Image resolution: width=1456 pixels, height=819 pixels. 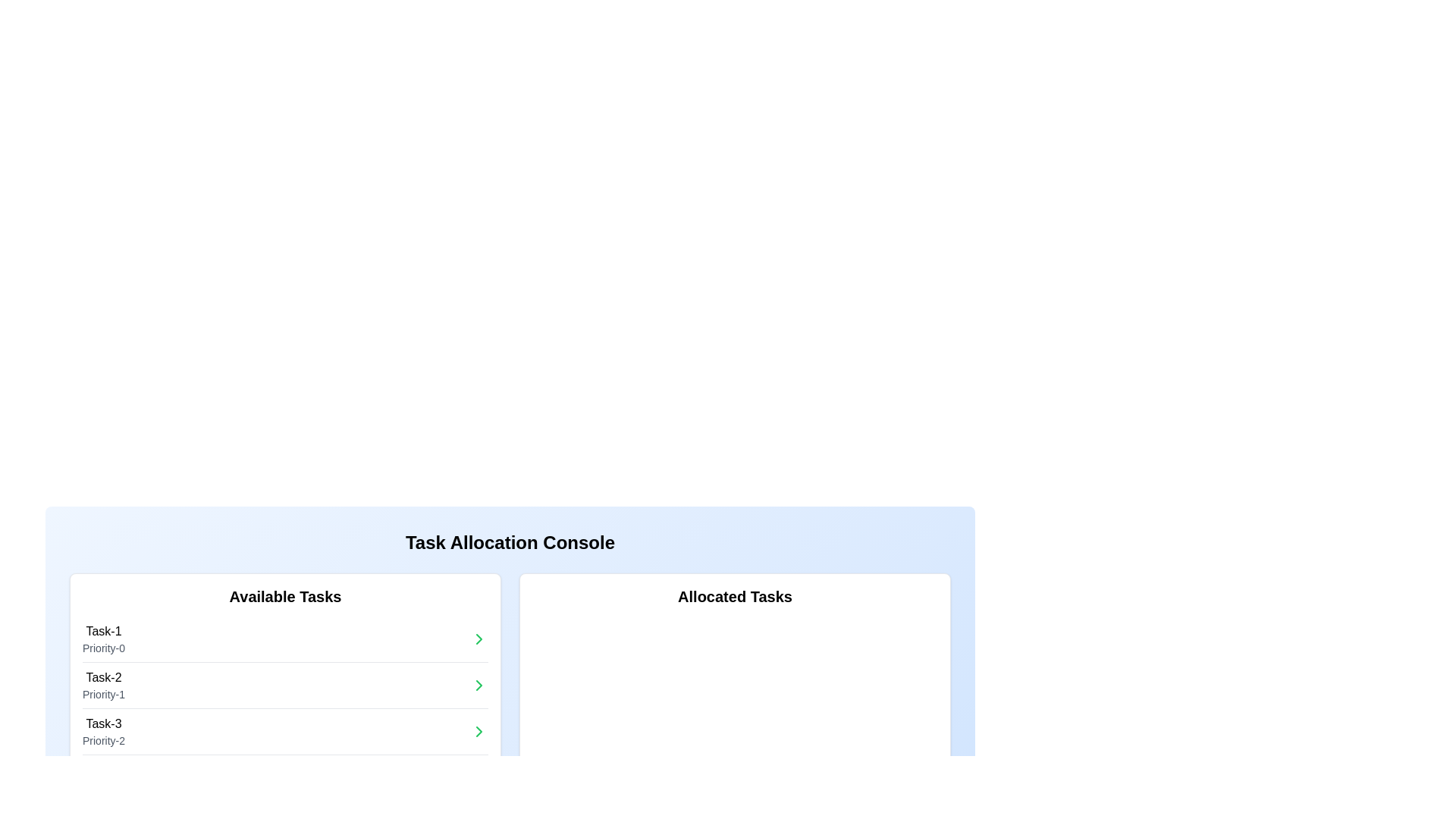 I want to click on the Text Label displaying 'Task-2' and 'Priority-1' in the second row of the 'Available Tasks' section, so click(x=103, y=685).